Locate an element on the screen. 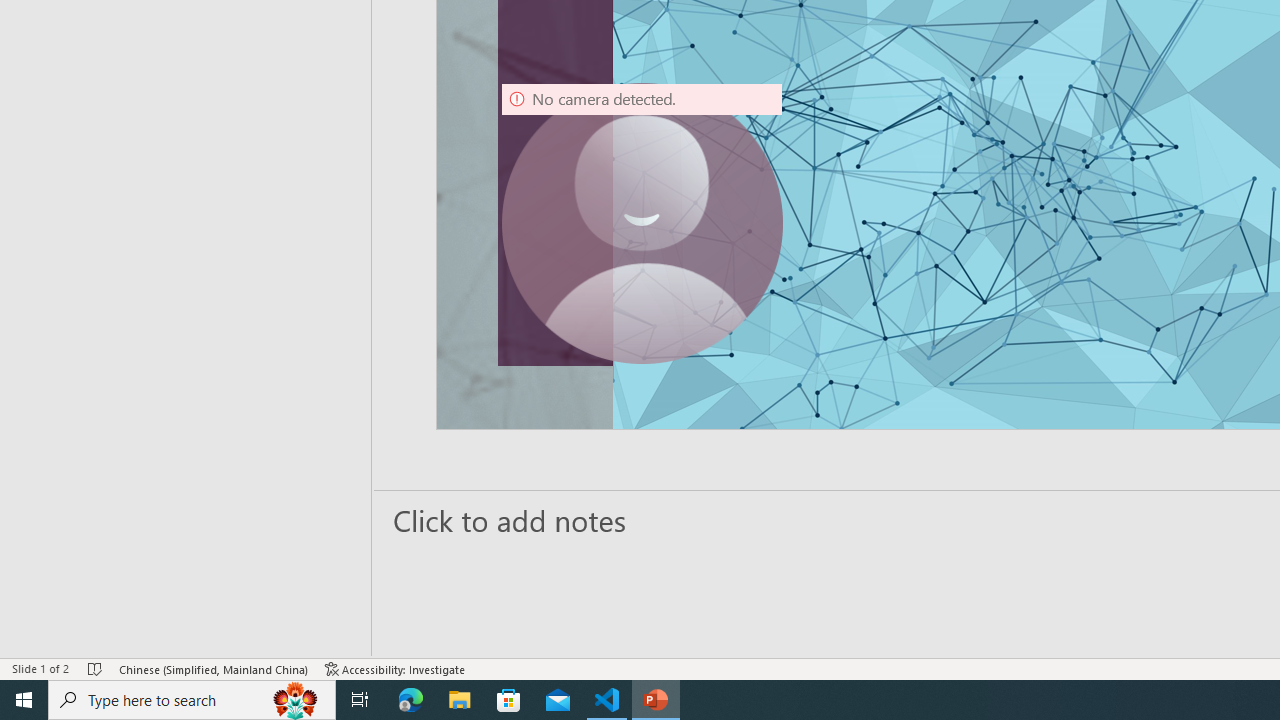  'Spell Check No Errors' is located at coordinates (95, 669).